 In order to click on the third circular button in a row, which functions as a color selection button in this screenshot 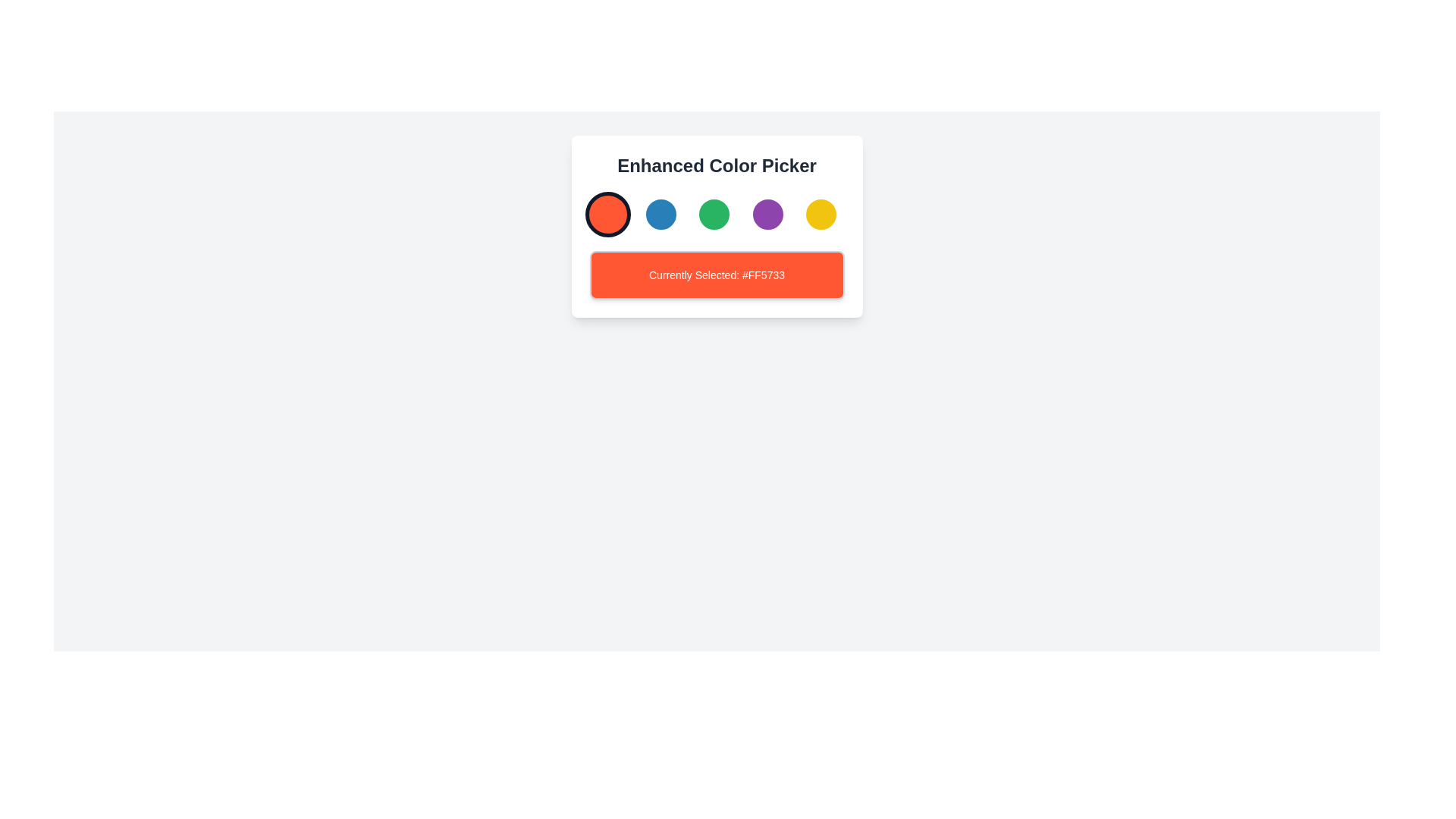, I will do `click(713, 214)`.